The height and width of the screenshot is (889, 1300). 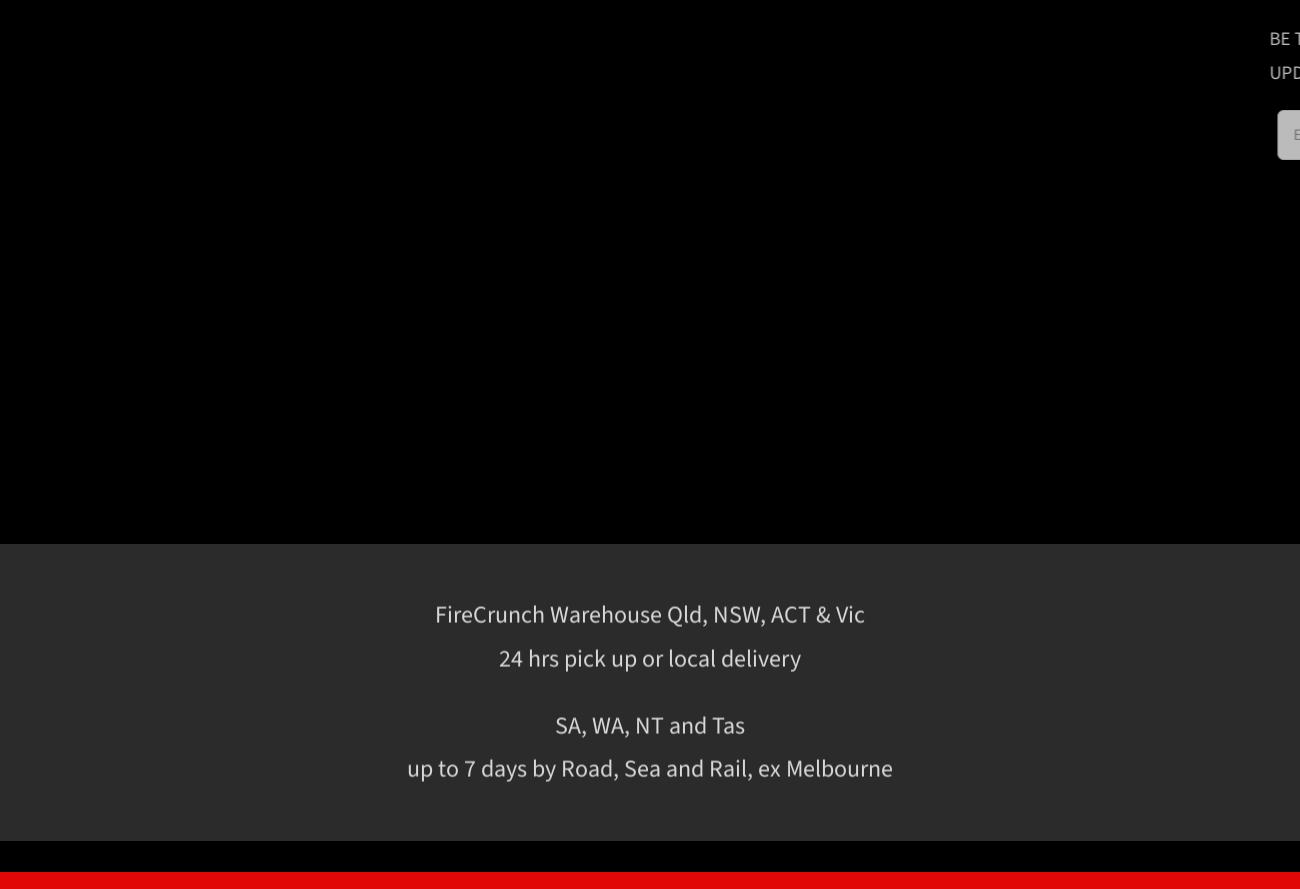 I want to click on 'BE THE FIRST TO GET THE LATEST NEWS & UPDATES', so click(x=1032, y=55).